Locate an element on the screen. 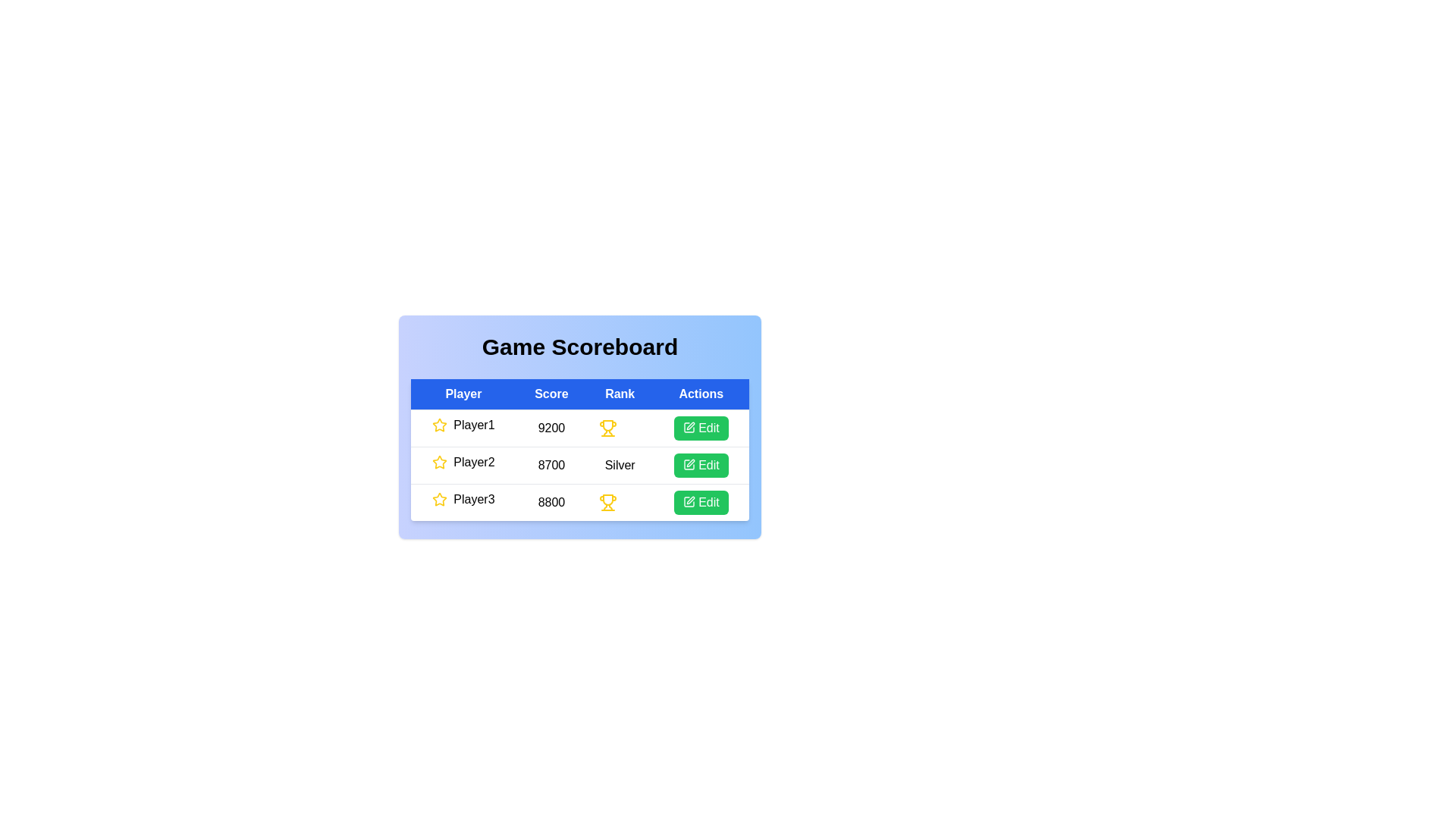 The height and width of the screenshot is (819, 1456). the trophy icon for player 3 is located at coordinates (607, 503).